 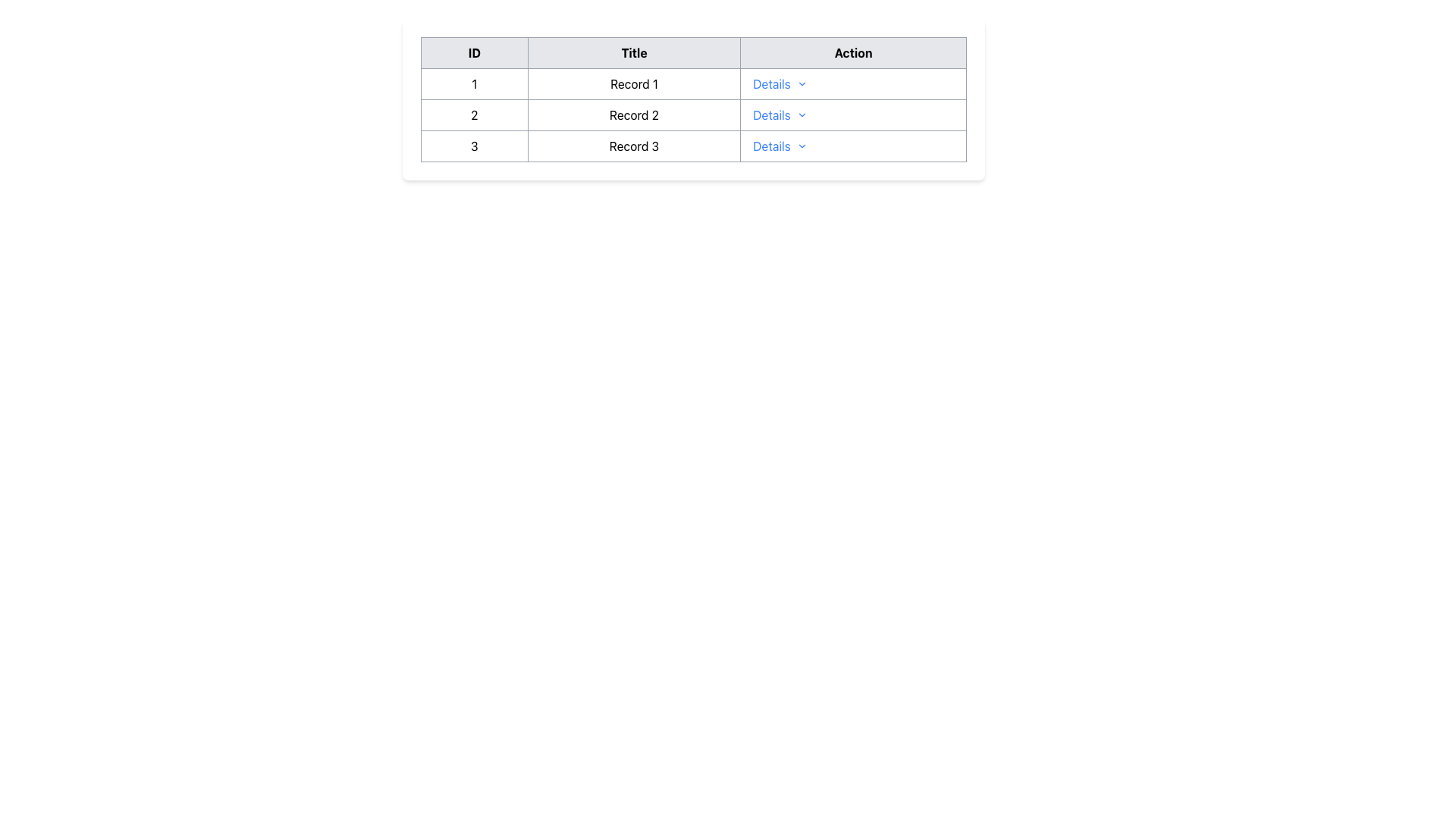 I want to click on text of the Table Header Cell labeled 'ID' which is the first column header in the table layout, so click(x=473, y=52).